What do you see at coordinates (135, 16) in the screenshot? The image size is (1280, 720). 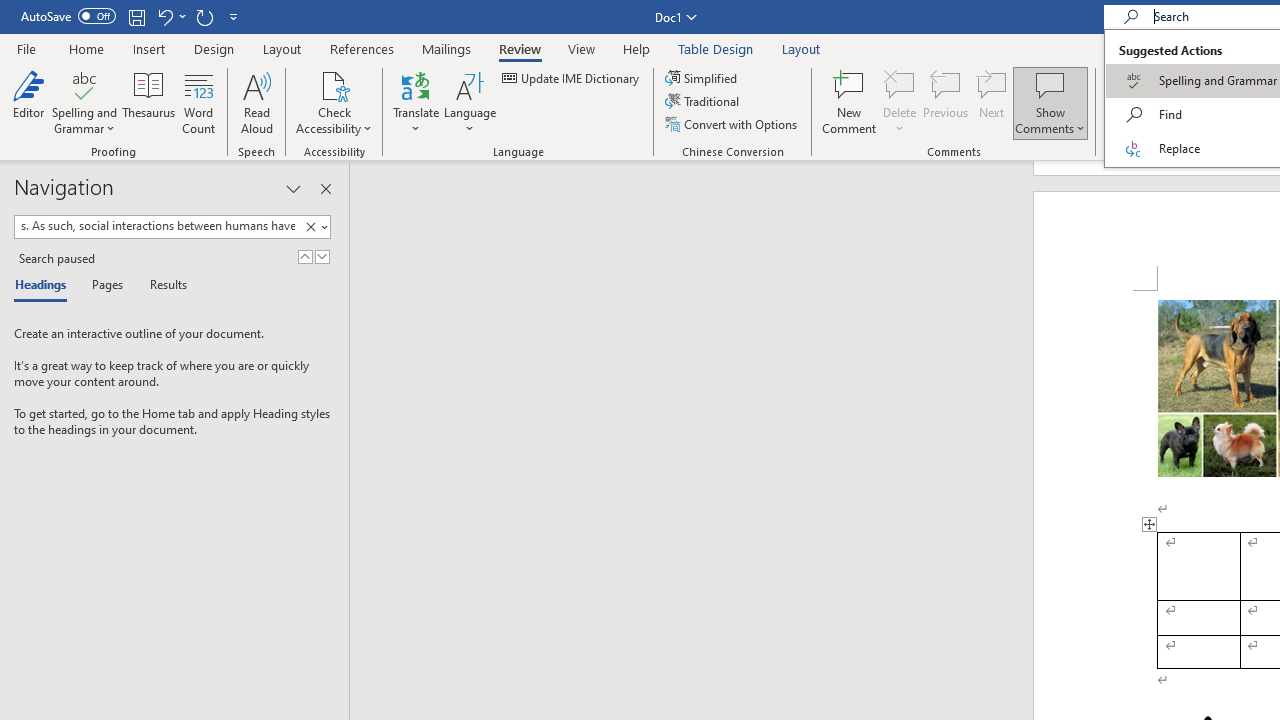 I see `'Save'` at bounding box center [135, 16].